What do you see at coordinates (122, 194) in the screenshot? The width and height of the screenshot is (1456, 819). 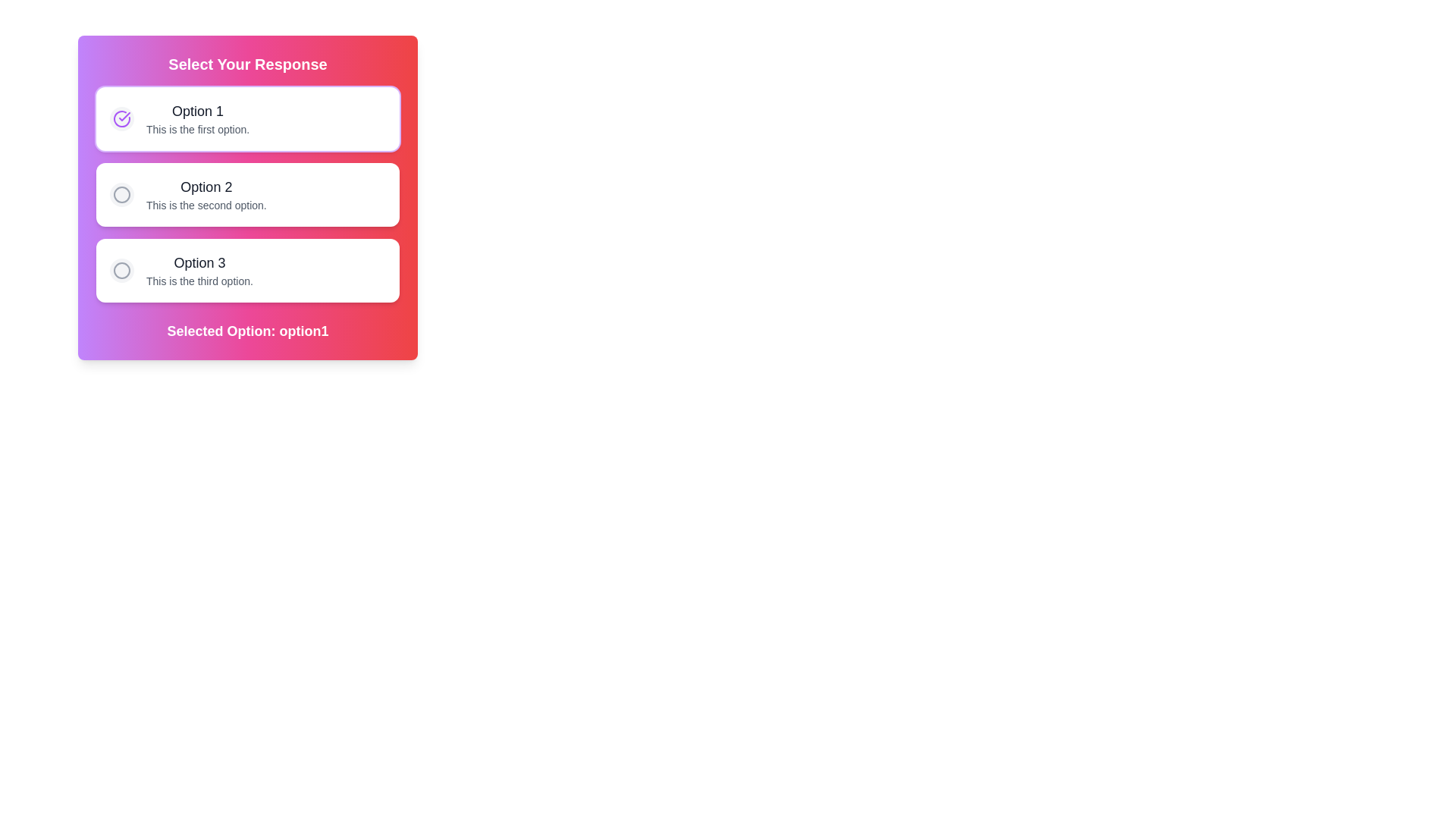 I see `the unselected radio button labeled 'Option 2'` at bounding box center [122, 194].